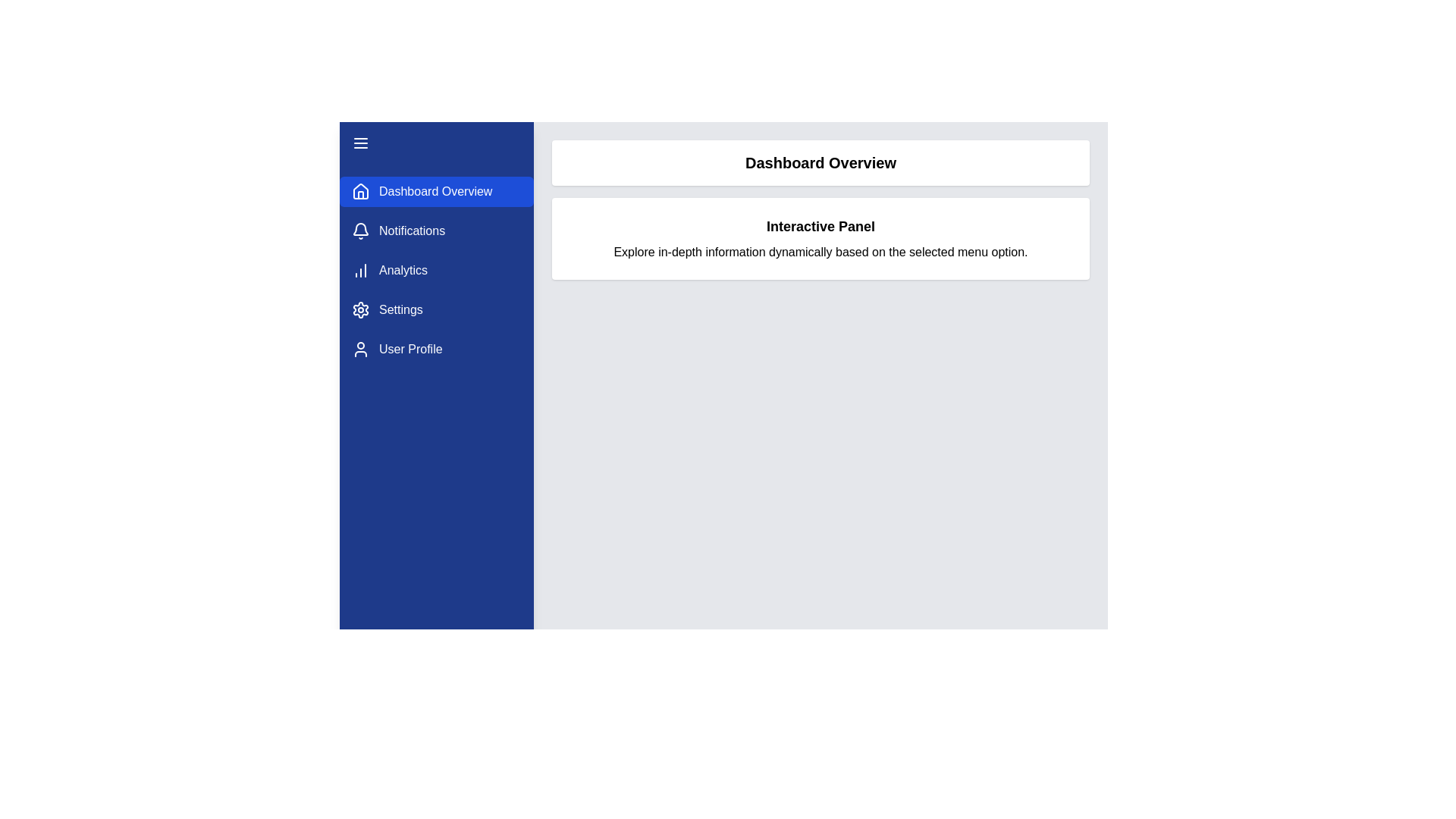  Describe the element at coordinates (359, 309) in the screenshot. I see `the settings icon, which is a gear-like icon located in the sidebar menu under the label 'Settings'` at that location.